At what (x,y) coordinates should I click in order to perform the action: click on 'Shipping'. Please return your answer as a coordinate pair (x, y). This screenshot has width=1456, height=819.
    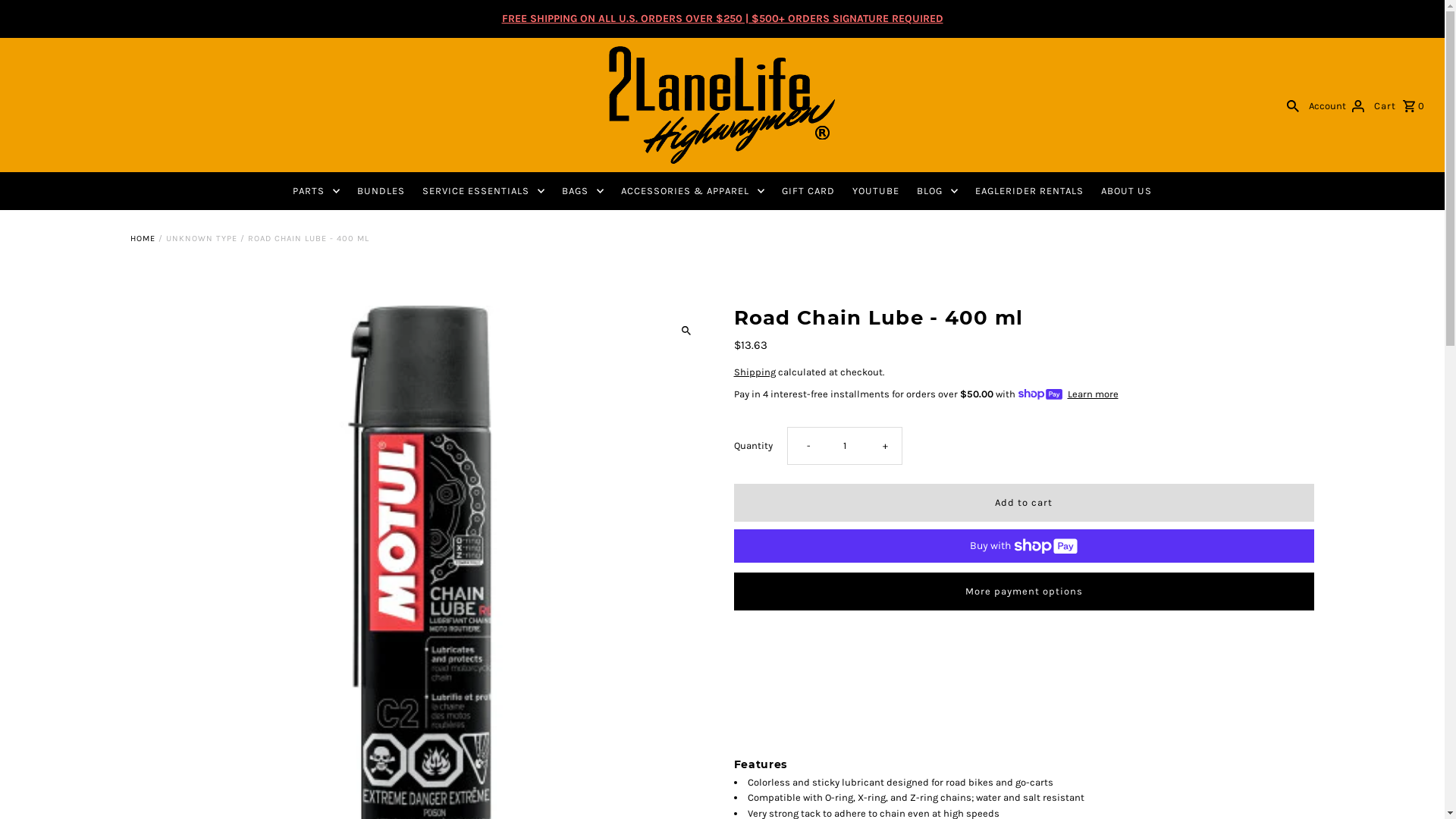
    Looking at the image, I should click on (755, 372).